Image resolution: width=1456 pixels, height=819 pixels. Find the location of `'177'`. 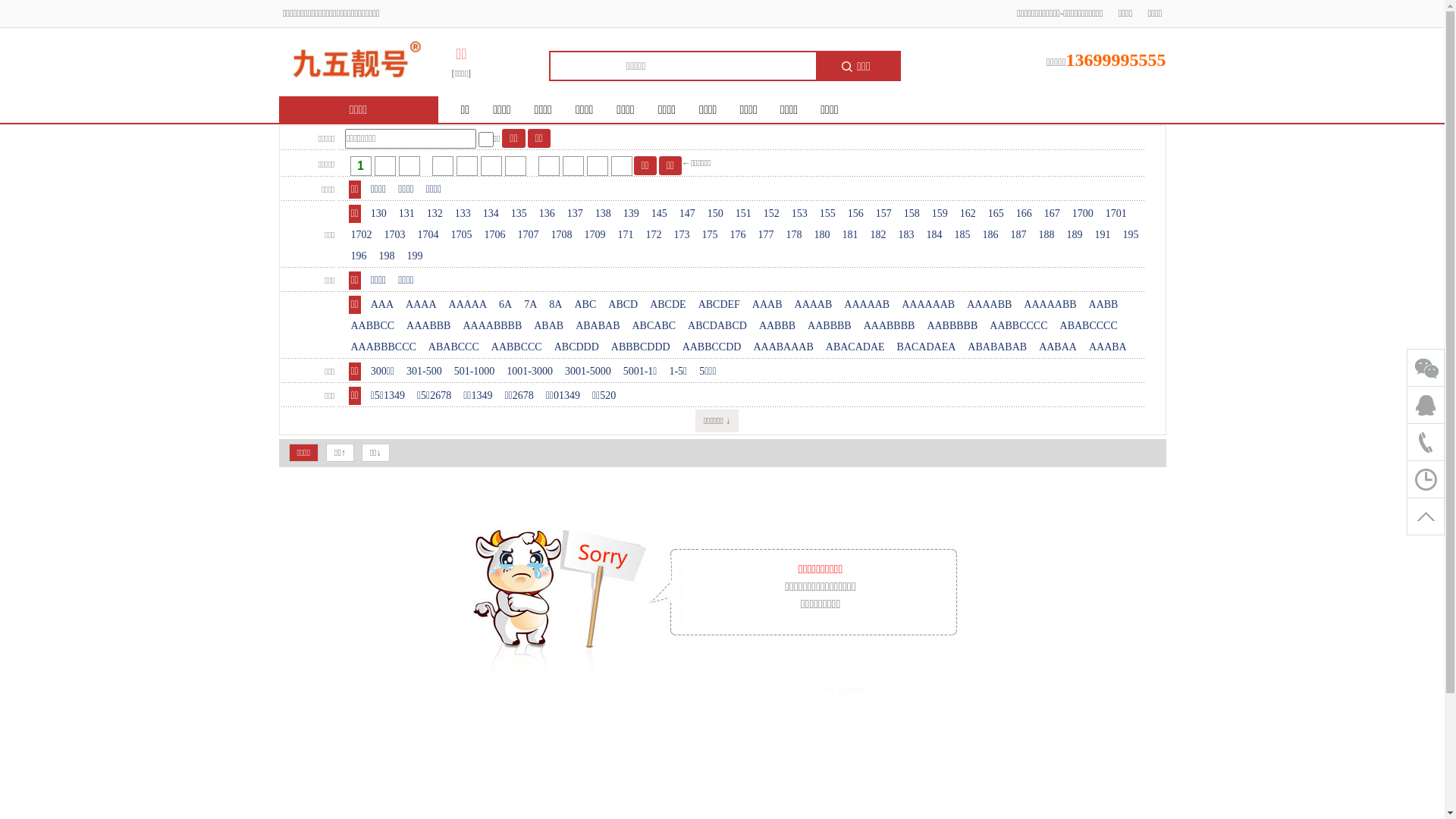

'177' is located at coordinates (765, 234).